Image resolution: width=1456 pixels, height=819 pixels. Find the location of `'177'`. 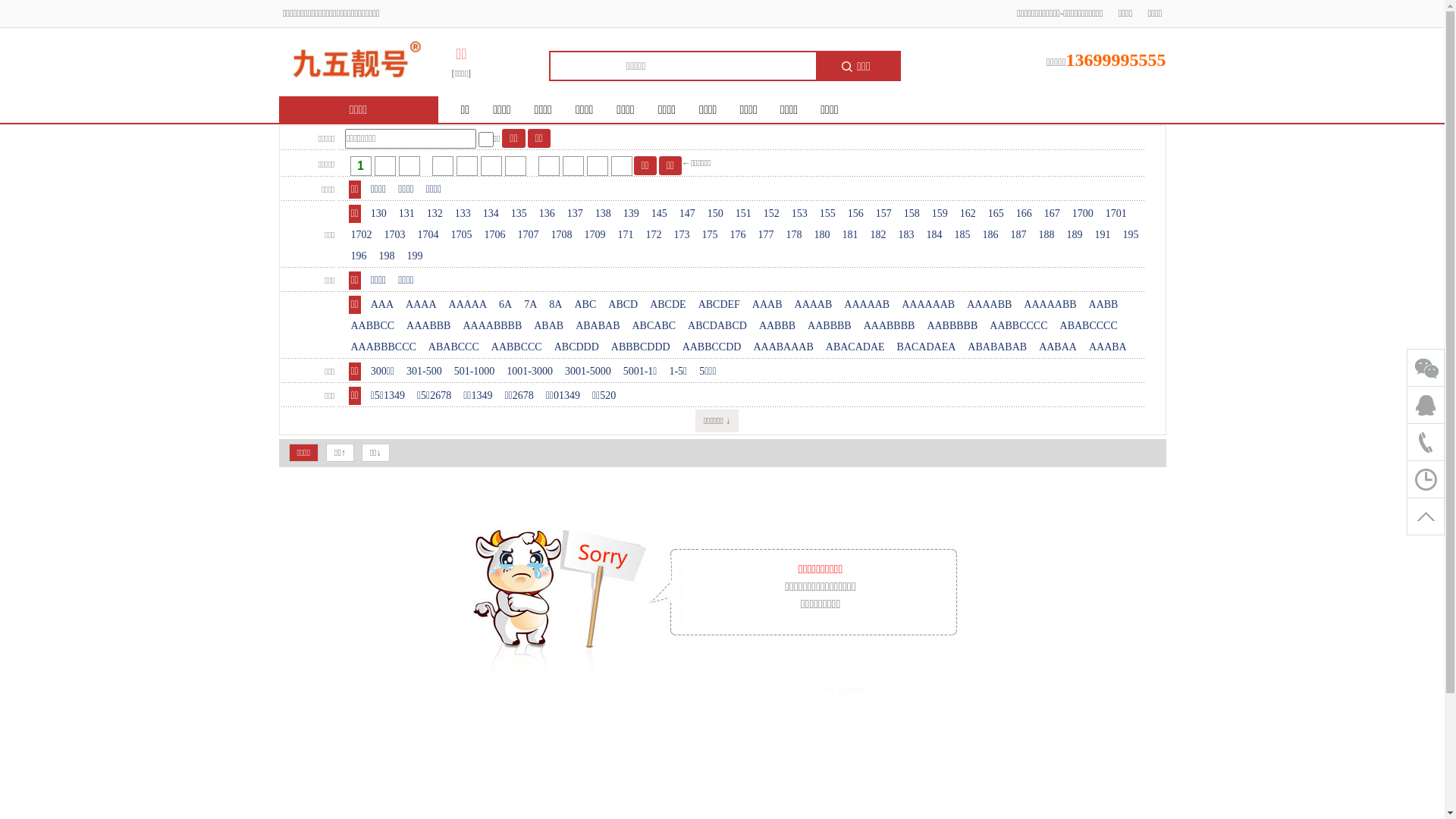

'177' is located at coordinates (765, 234).